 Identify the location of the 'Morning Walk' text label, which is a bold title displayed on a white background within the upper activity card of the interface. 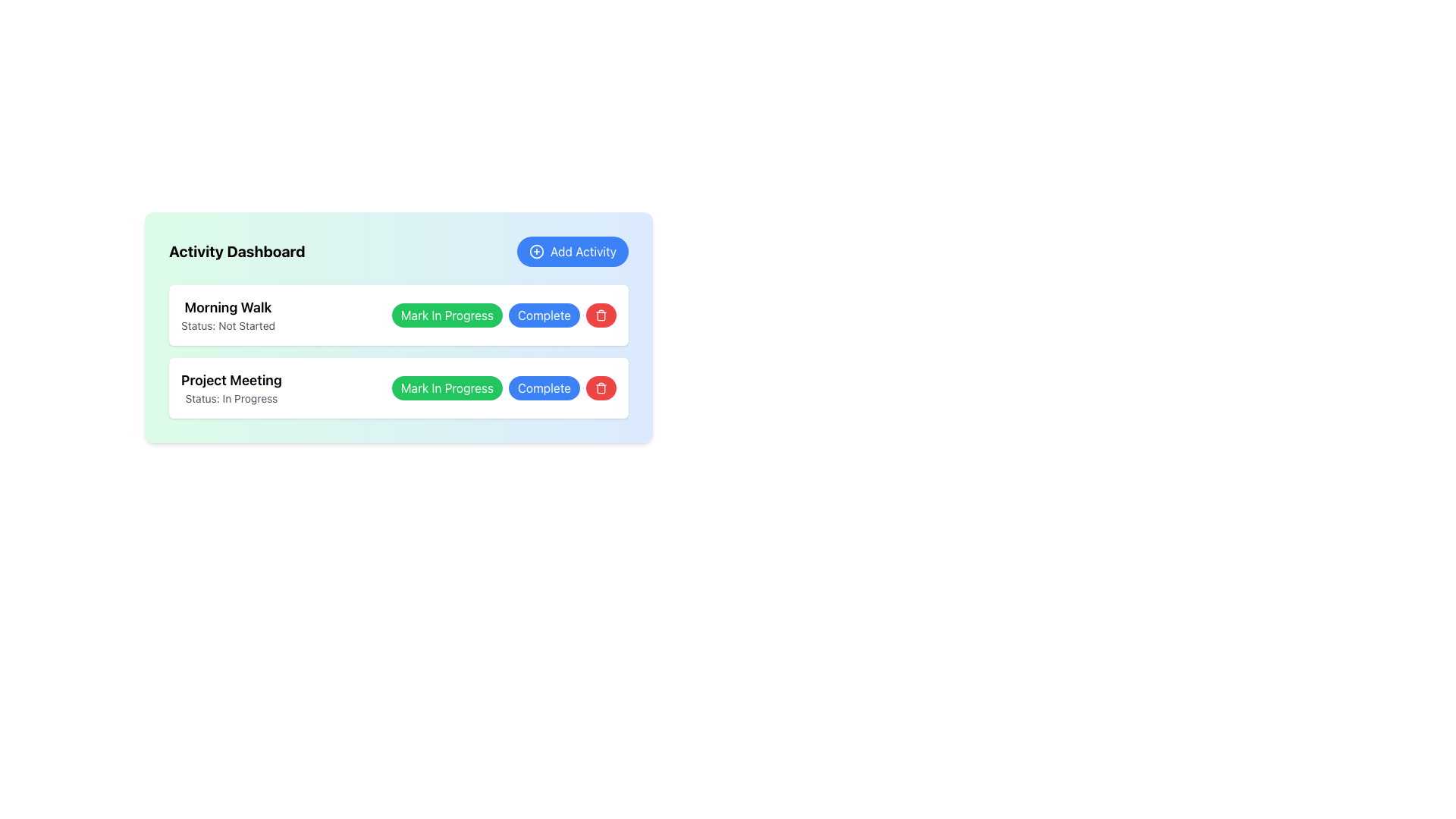
(227, 307).